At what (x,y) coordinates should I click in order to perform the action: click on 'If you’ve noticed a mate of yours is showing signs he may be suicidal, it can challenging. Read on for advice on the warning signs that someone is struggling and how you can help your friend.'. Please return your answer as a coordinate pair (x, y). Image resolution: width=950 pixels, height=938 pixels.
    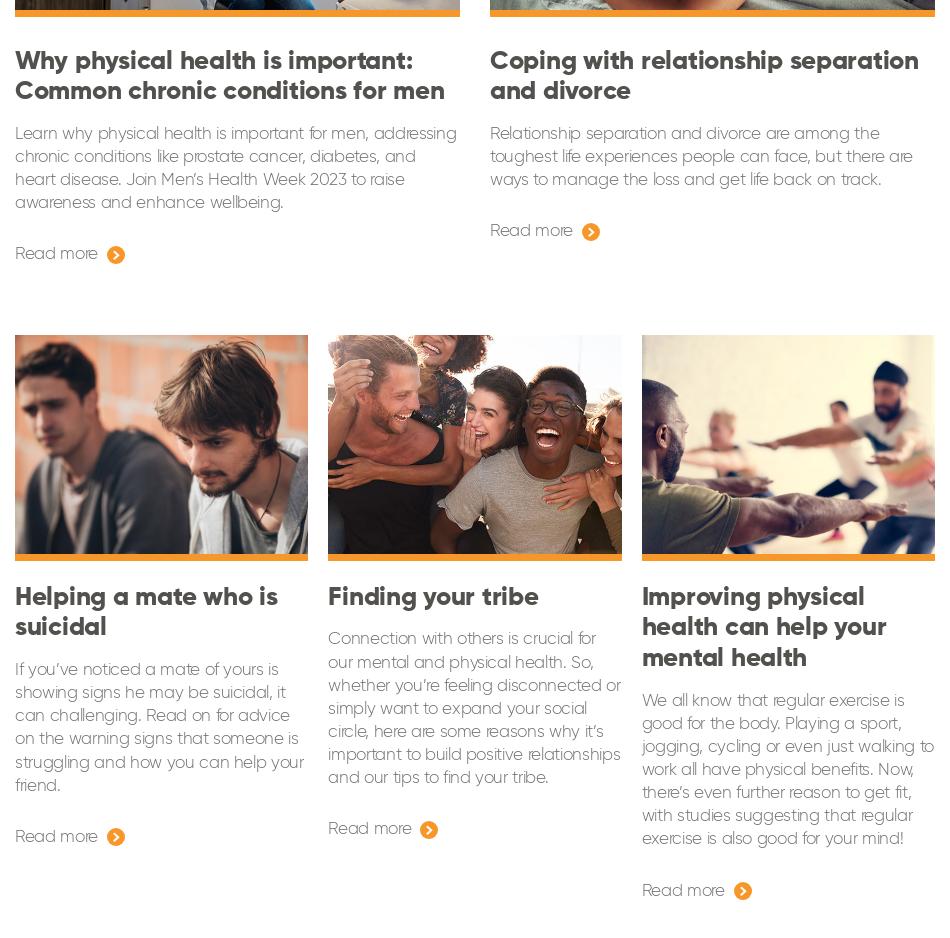
    Looking at the image, I should click on (15, 726).